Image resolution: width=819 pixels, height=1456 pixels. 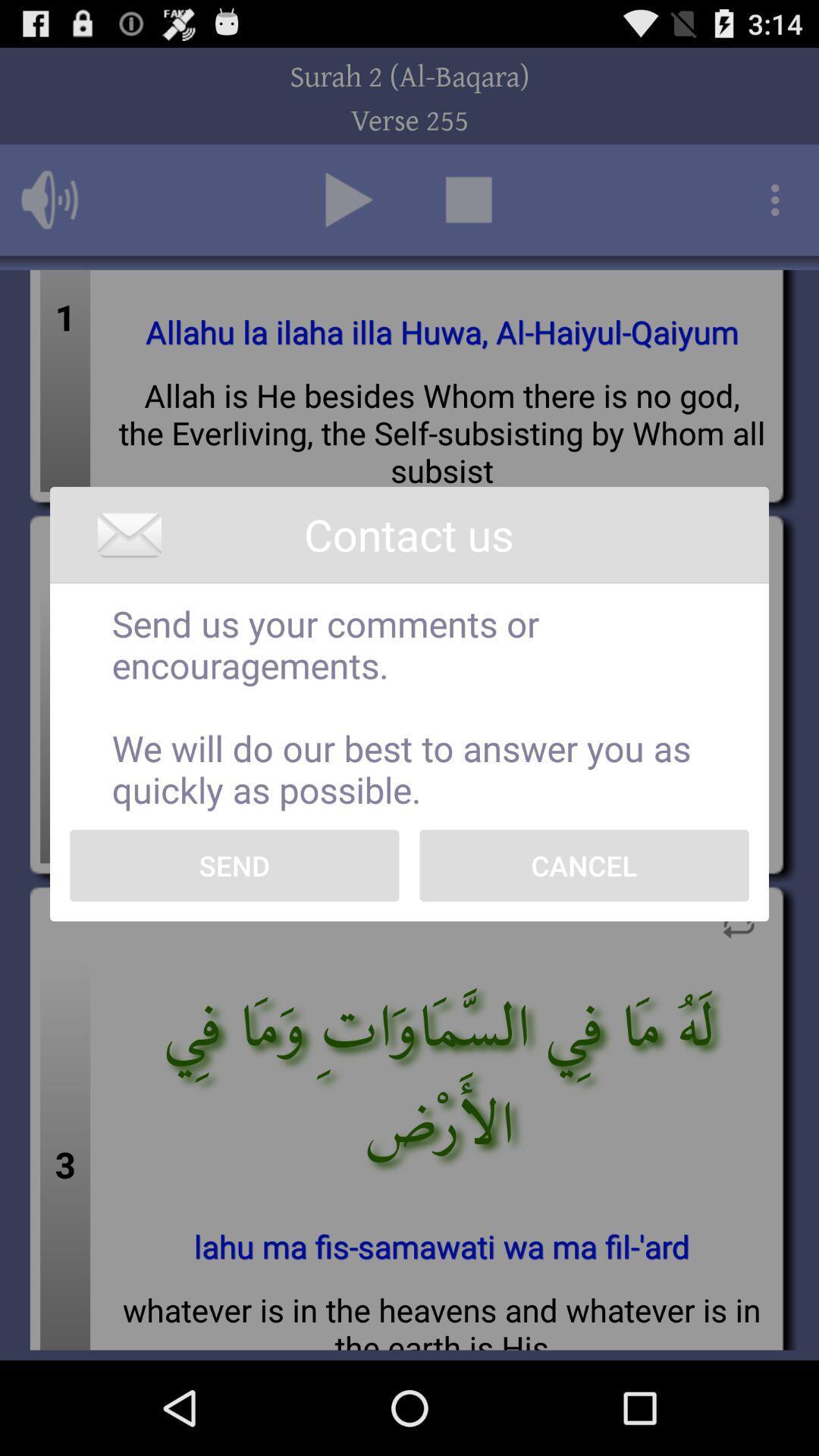 I want to click on cancel, so click(x=583, y=865).